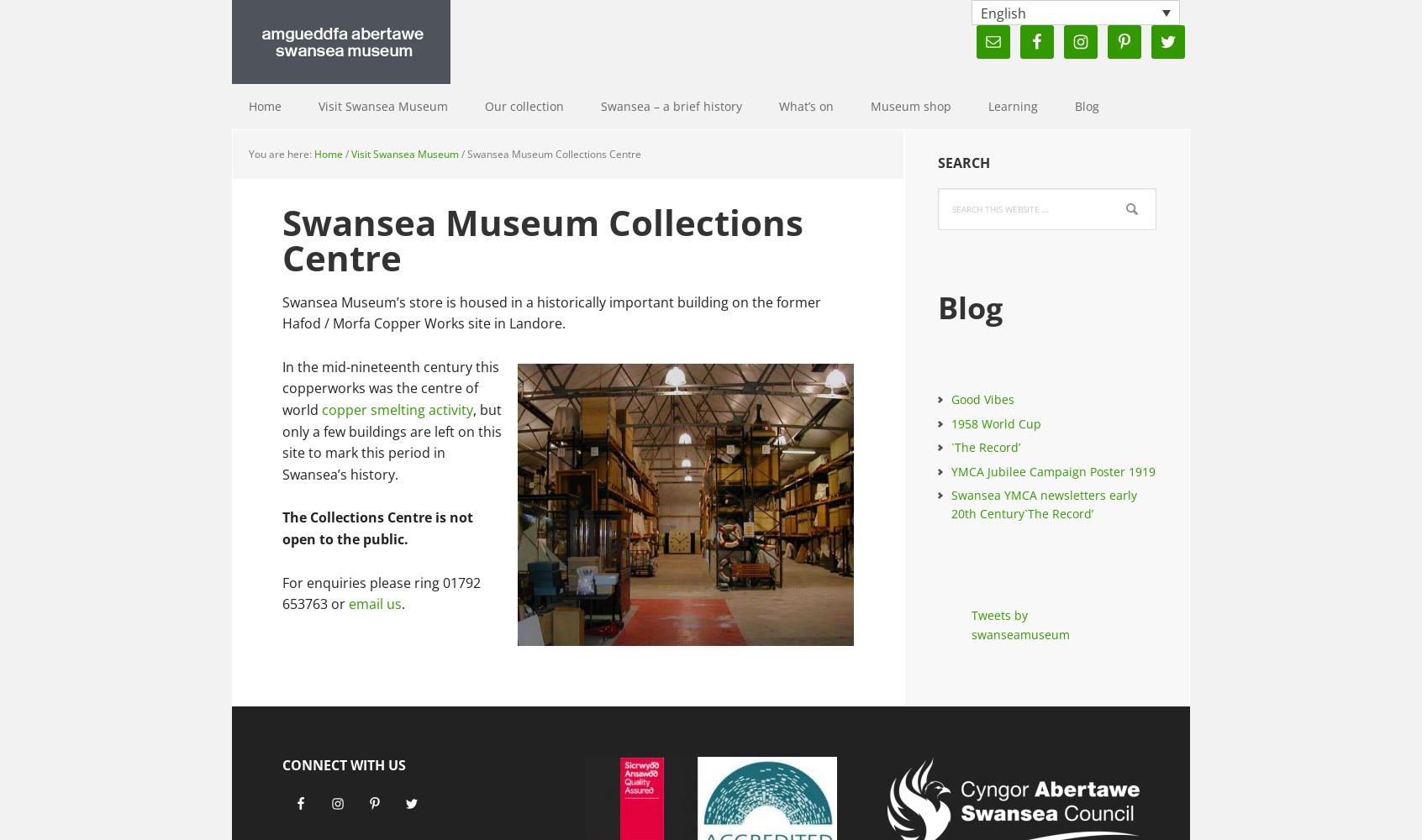 This screenshot has height=840, width=1422. Describe the element at coordinates (911, 106) in the screenshot. I see `'Museum shop'` at that location.